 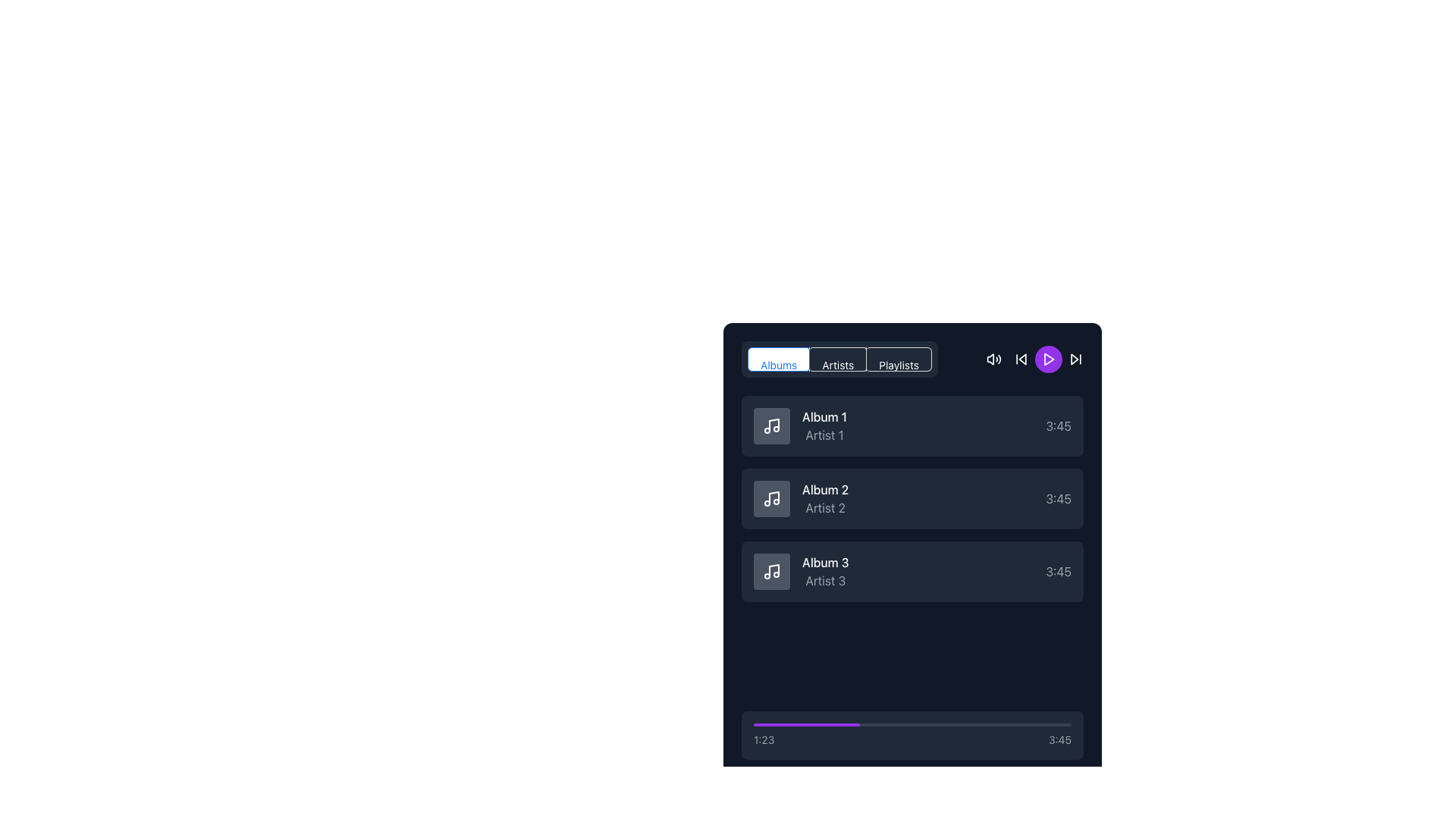 What do you see at coordinates (805, 724) in the screenshot?
I see `the purple horizontal progress indicator bar located within a larger gray bar near the bottom section of the interface` at bounding box center [805, 724].